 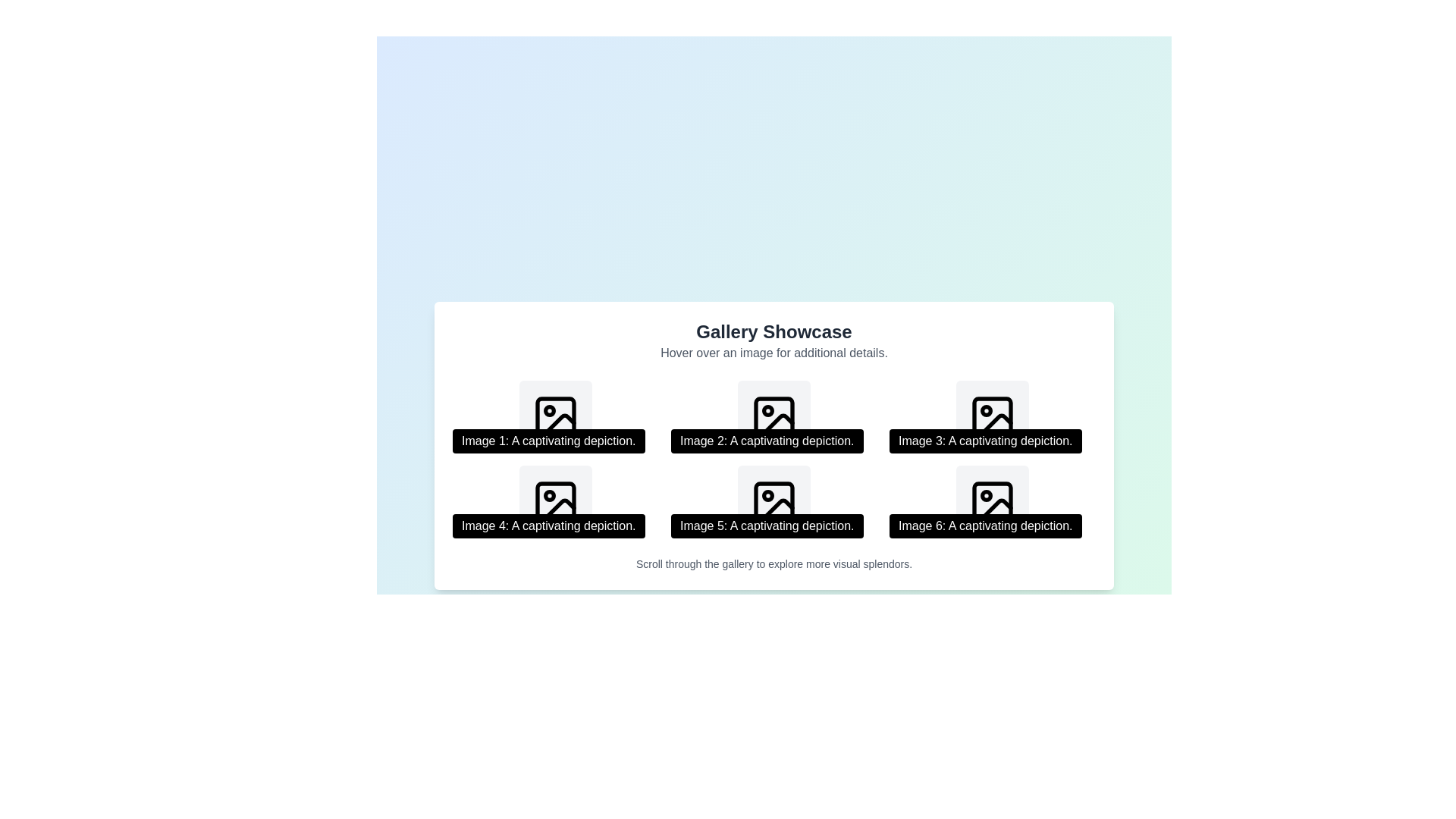 I want to click on the Text Label located beneath 'Image 3' in the gallery, which is centered horizontally with respect to the image above, positioned in the first row and third column of the grid, so click(x=985, y=441).